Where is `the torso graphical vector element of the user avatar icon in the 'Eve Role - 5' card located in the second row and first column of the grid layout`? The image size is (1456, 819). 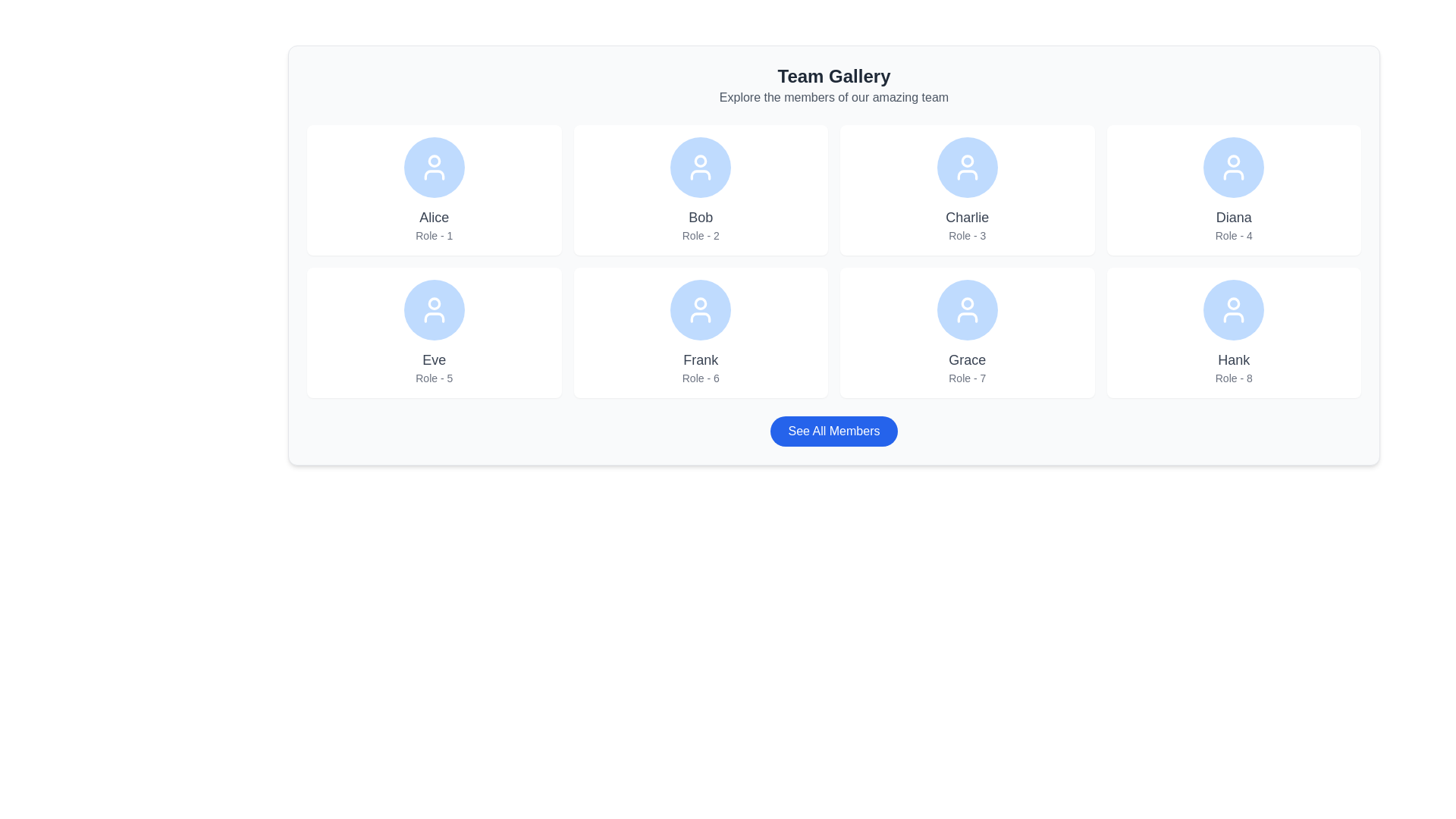
the torso graphical vector element of the user avatar icon in the 'Eve Role - 5' card located in the second row and first column of the grid layout is located at coordinates (433, 317).